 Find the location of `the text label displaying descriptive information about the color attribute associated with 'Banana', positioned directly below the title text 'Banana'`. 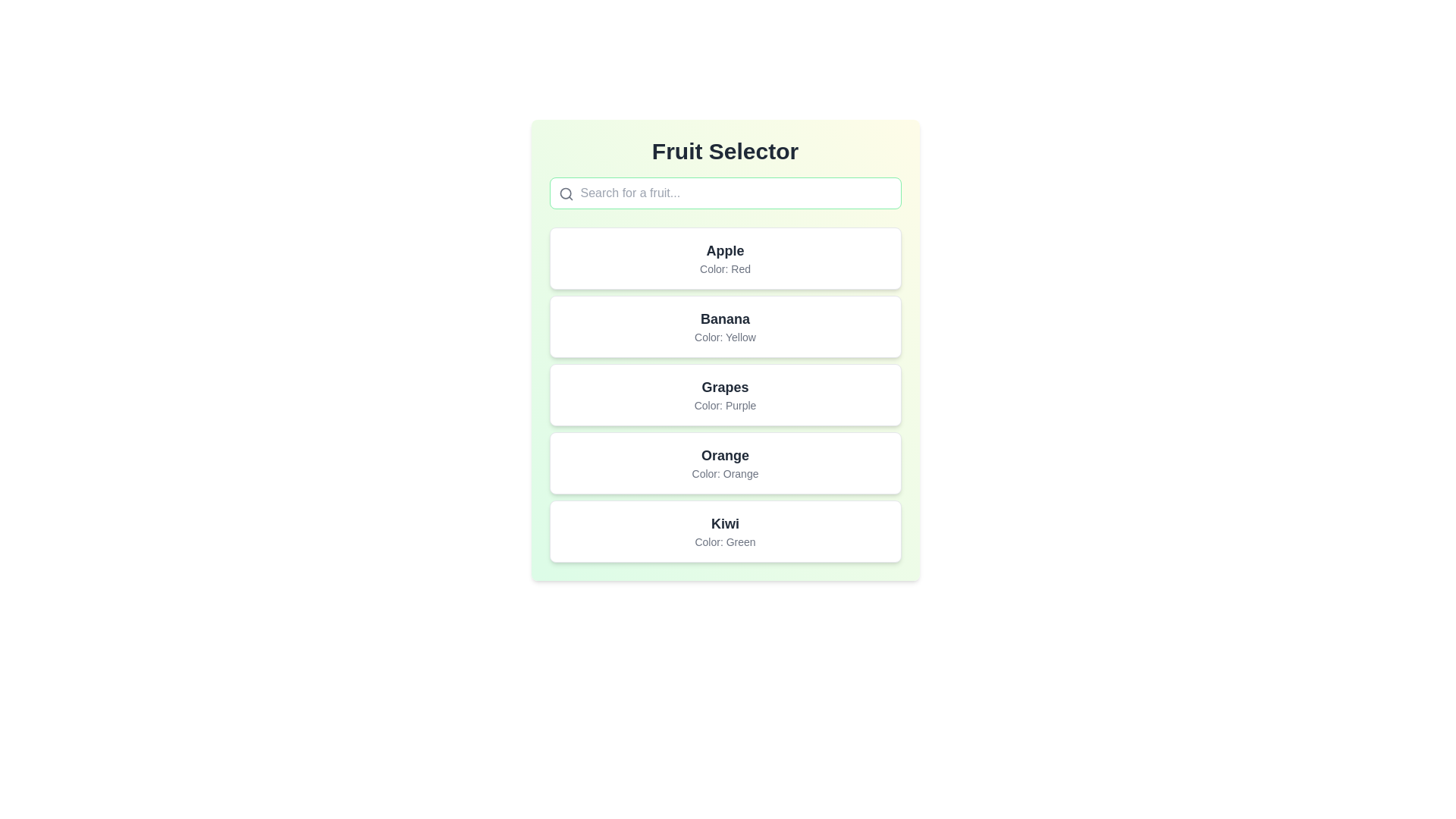

the text label displaying descriptive information about the color attribute associated with 'Banana', positioned directly below the title text 'Banana' is located at coordinates (724, 336).